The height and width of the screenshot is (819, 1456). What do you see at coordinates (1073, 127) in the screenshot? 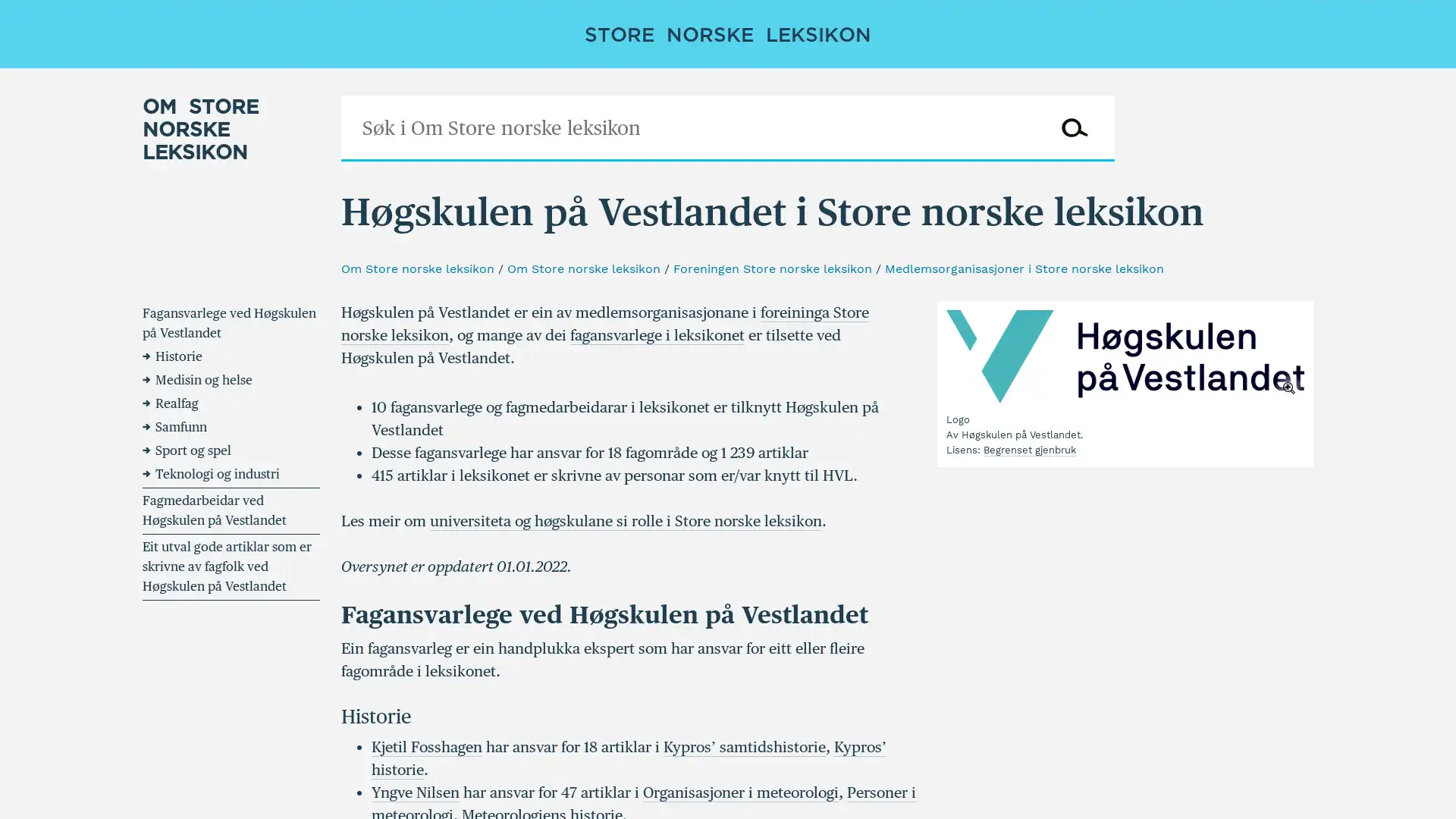
I see `Sk` at bounding box center [1073, 127].